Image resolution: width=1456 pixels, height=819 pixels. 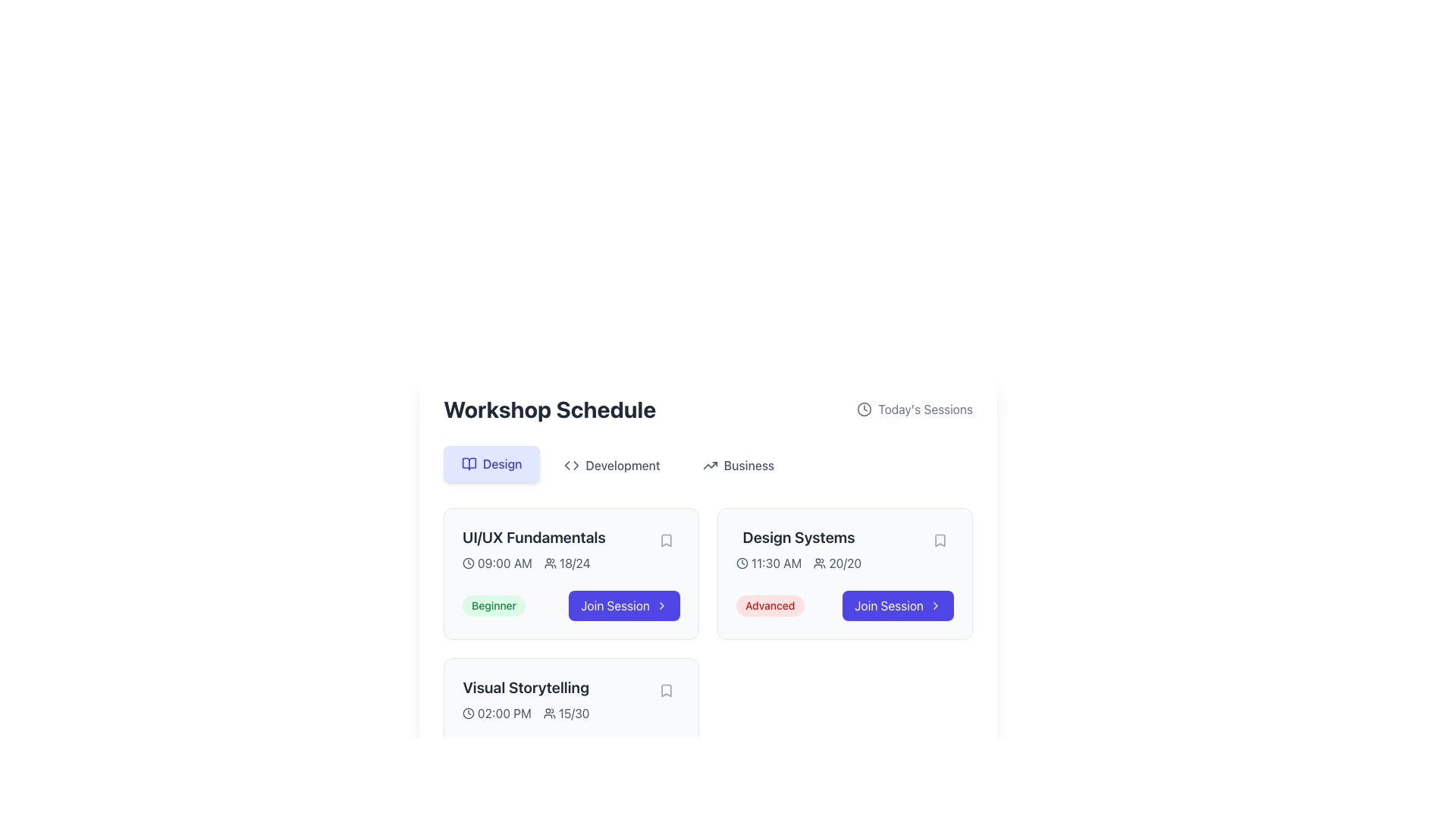 I want to click on the 'Design' category icon located in the upper section of the workshop schedule interface, near the 'Design' label to interact with its associated function, so click(x=469, y=463).